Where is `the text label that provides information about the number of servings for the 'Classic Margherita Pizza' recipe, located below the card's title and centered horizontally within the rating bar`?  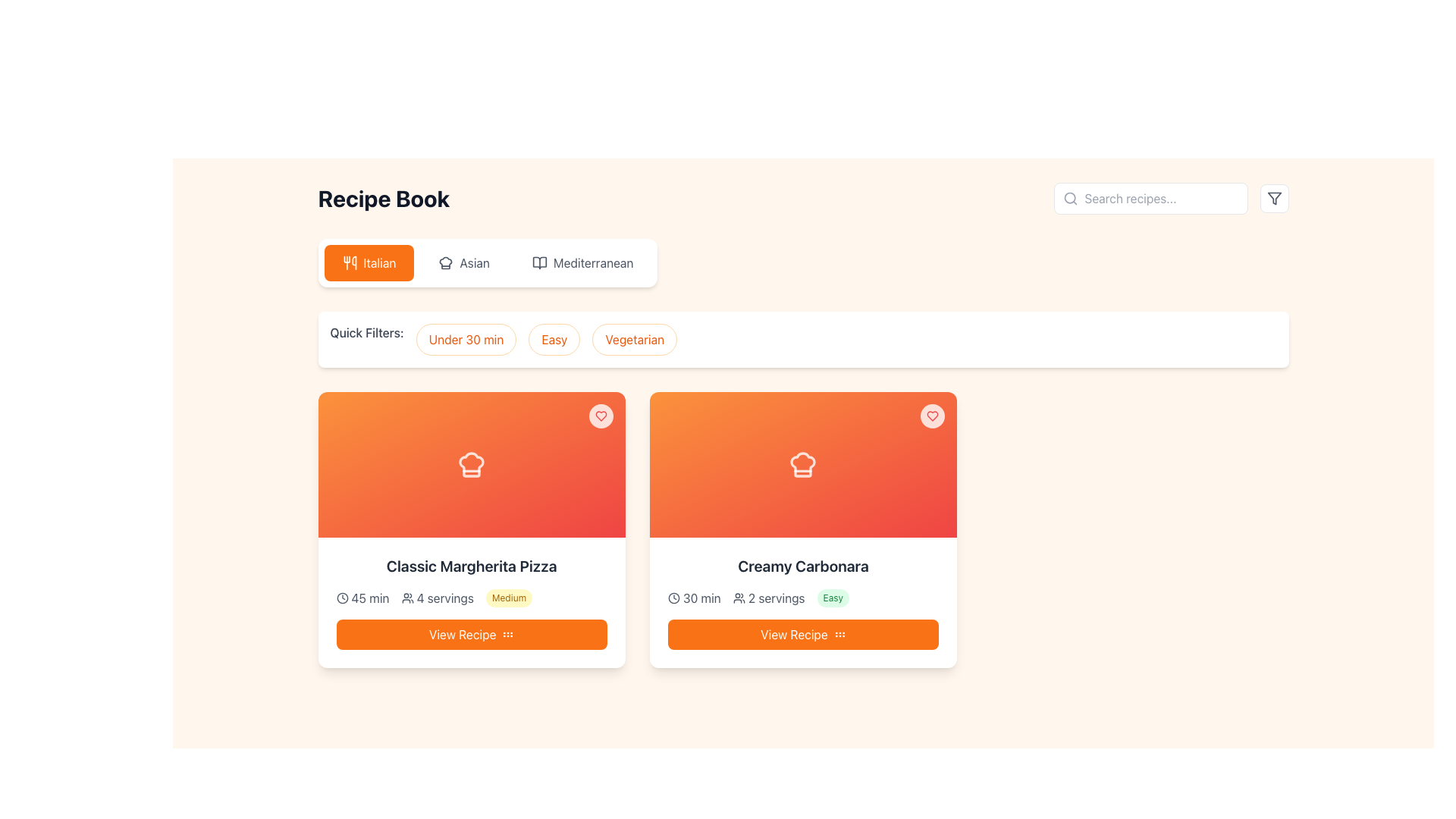 the text label that provides information about the number of servings for the 'Classic Margherita Pizza' recipe, located below the card's title and centered horizontally within the rating bar is located at coordinates (444, 598).